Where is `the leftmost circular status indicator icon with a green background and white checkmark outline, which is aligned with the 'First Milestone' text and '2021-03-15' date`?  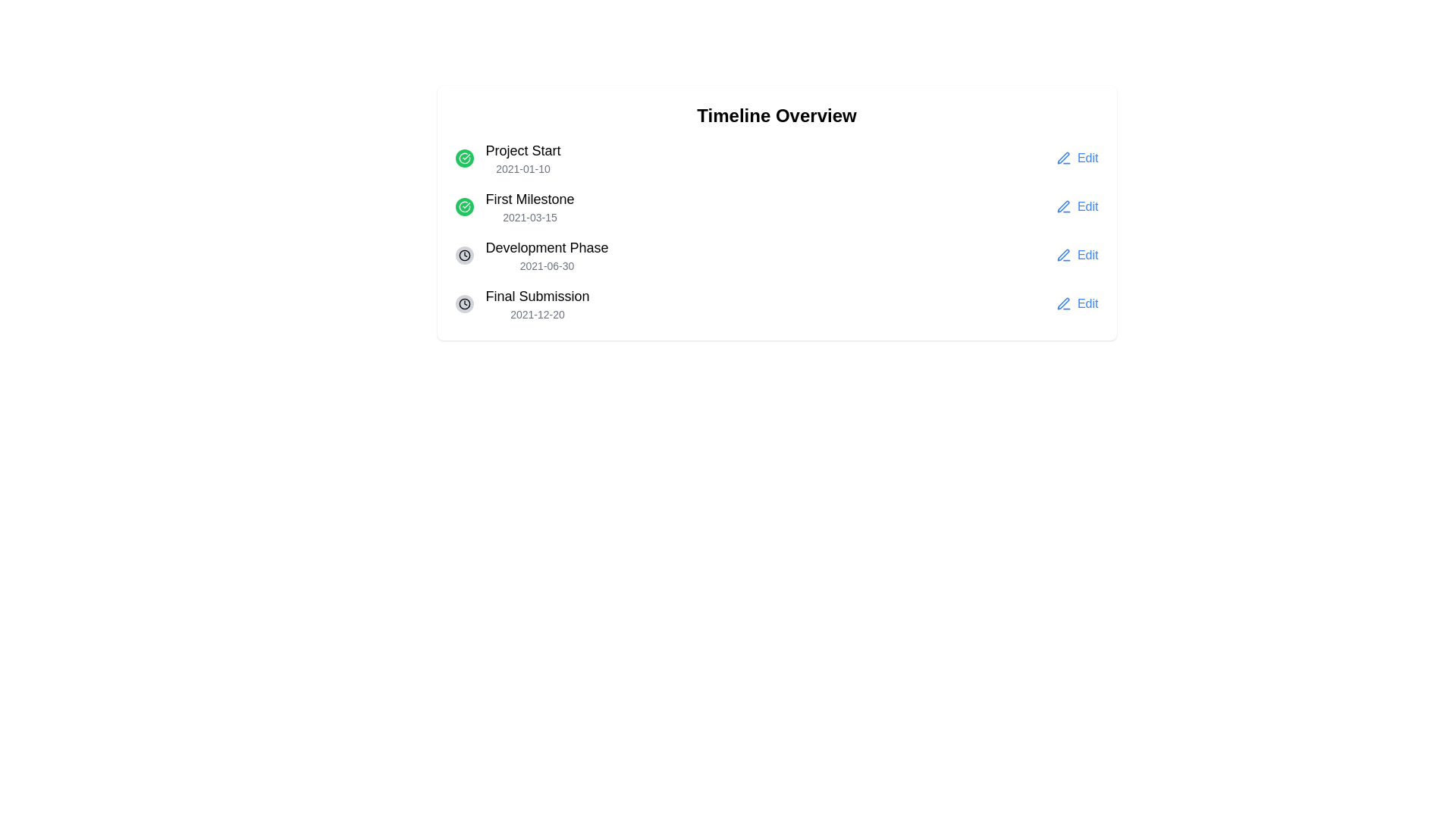 the leftmost circular status indicator icon with a green background and white checkmark outline, which is aligned with the 'First Milestone' text and '2021-03-15' date is located at coordinates (463, 207).